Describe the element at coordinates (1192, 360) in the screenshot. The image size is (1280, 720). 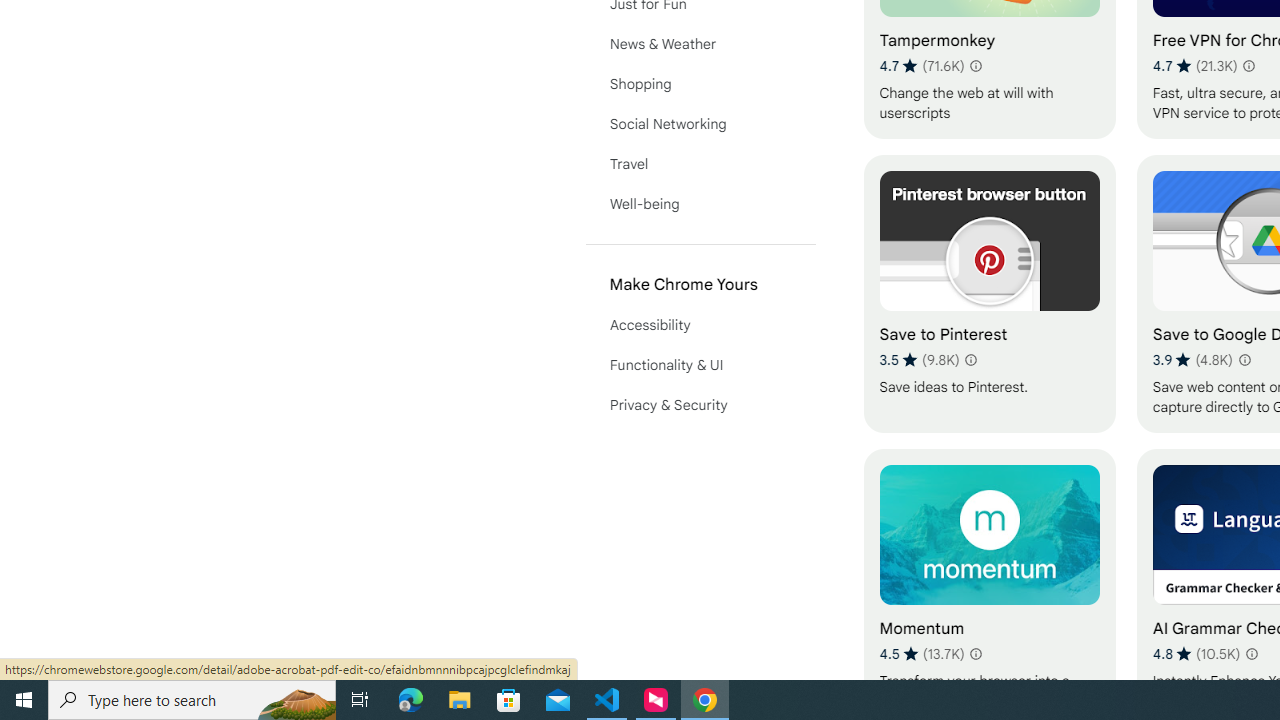
I see `'Average rating 3.9 out of 5 stars. 4.8K ratings.'` at that location.